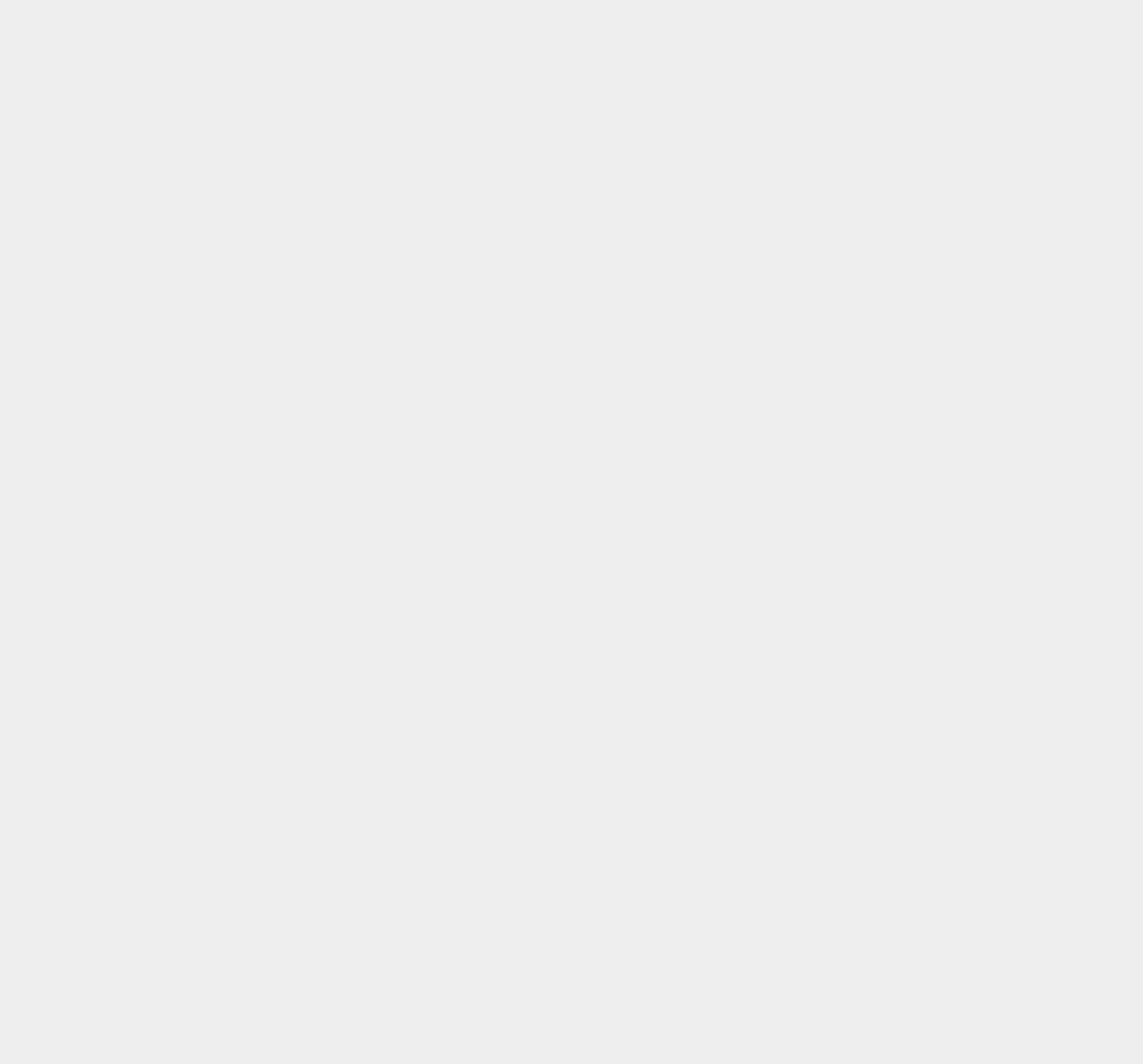 This screenshot has width=1143, height=1064. I want to click on 'OS X Yosemite', so click(852, 360).